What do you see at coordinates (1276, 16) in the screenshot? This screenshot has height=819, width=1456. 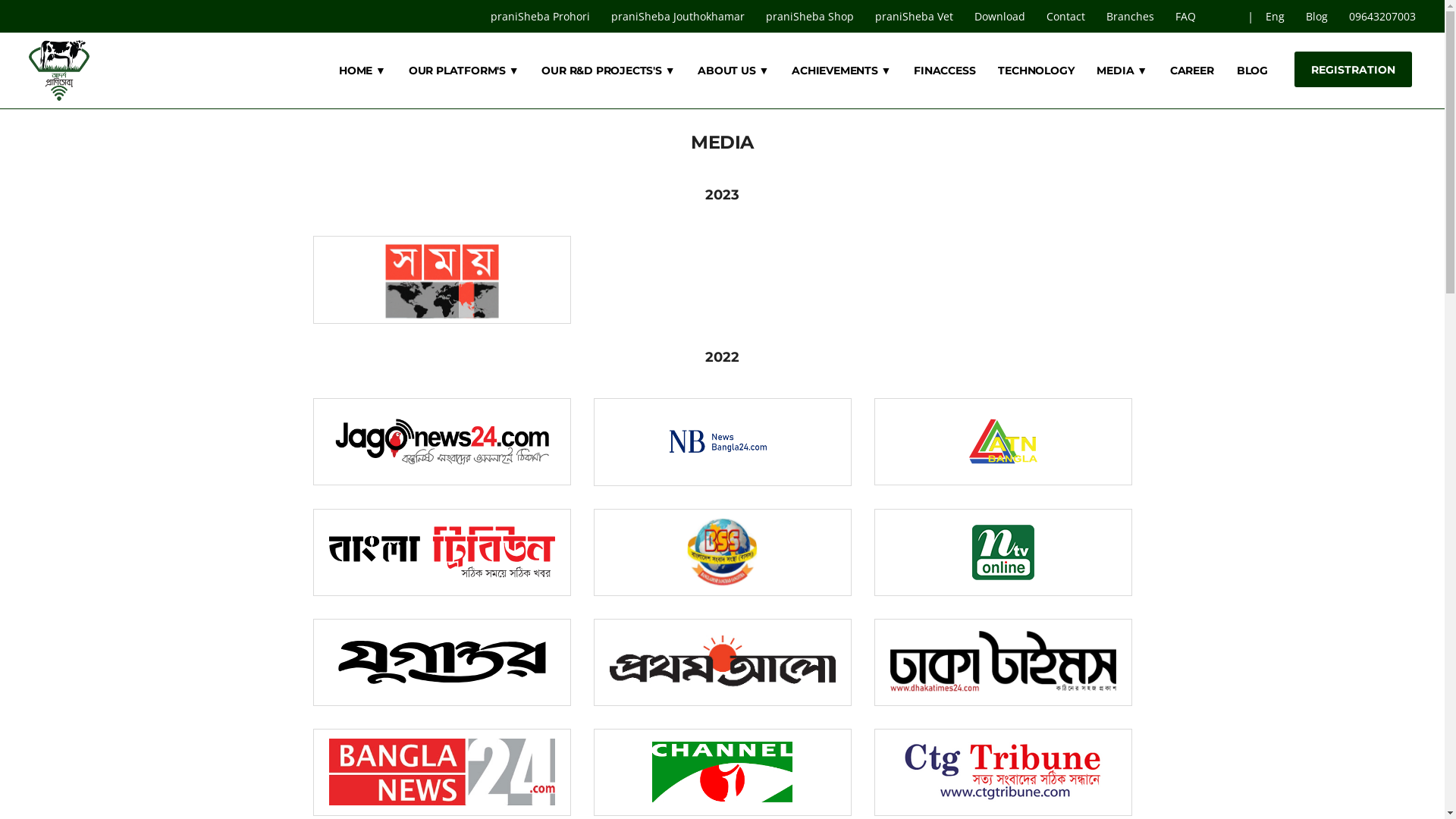 I see `'Eng'` at bounding box center [1276, 16].